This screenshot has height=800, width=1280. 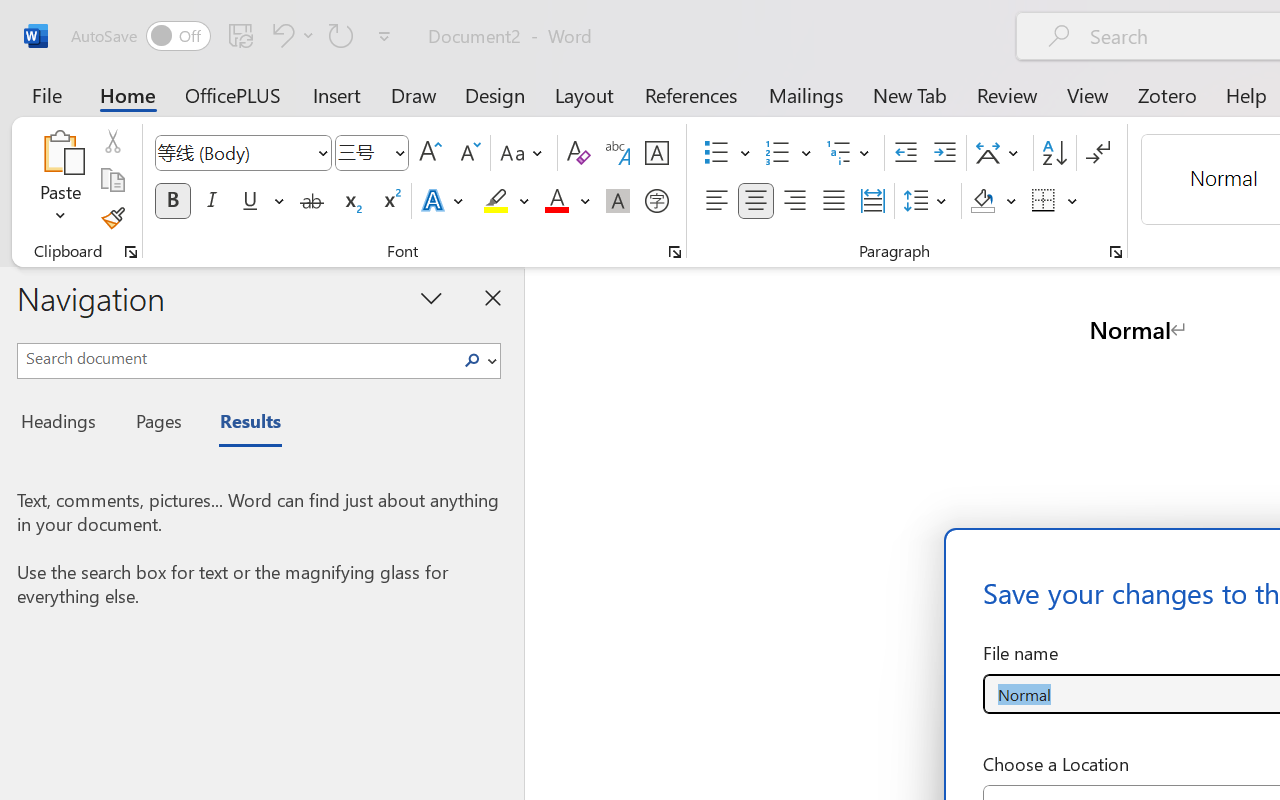 I want to click on 'Customize Quick Access Toolbar', so click(x=384, y=35).